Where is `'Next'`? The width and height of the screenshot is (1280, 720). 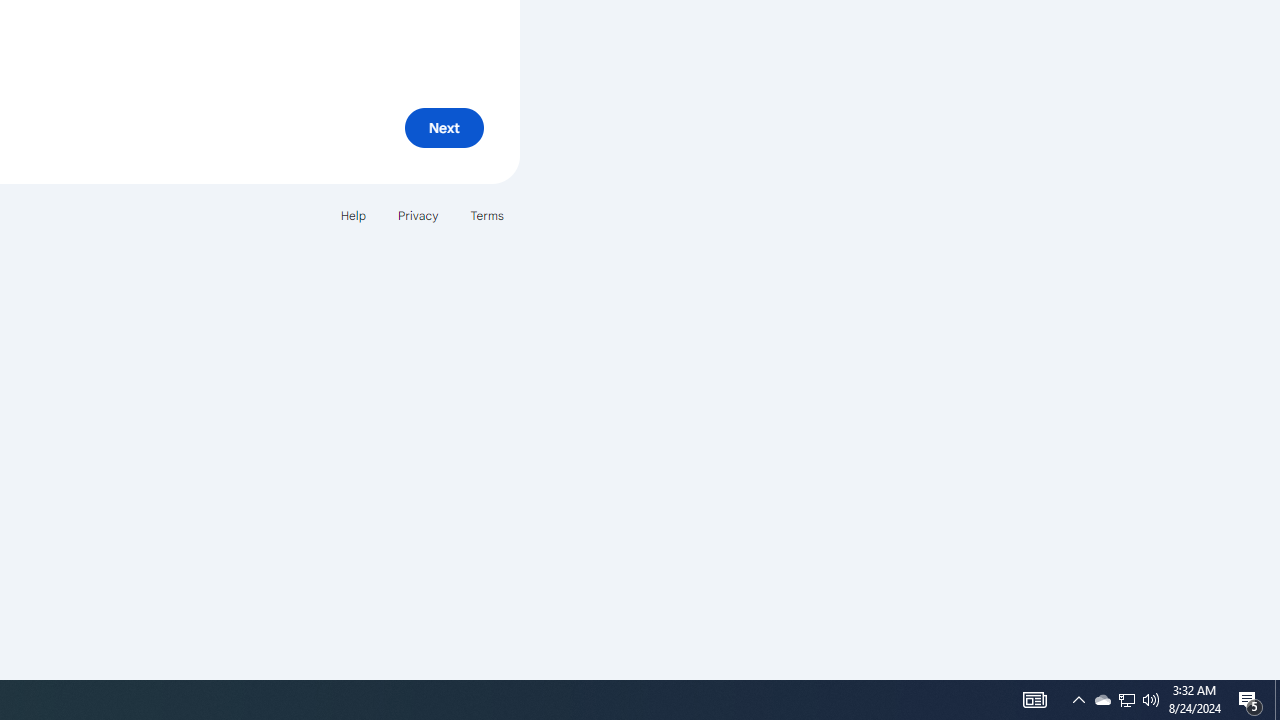
'Next' is located at coordinates (443, 127).